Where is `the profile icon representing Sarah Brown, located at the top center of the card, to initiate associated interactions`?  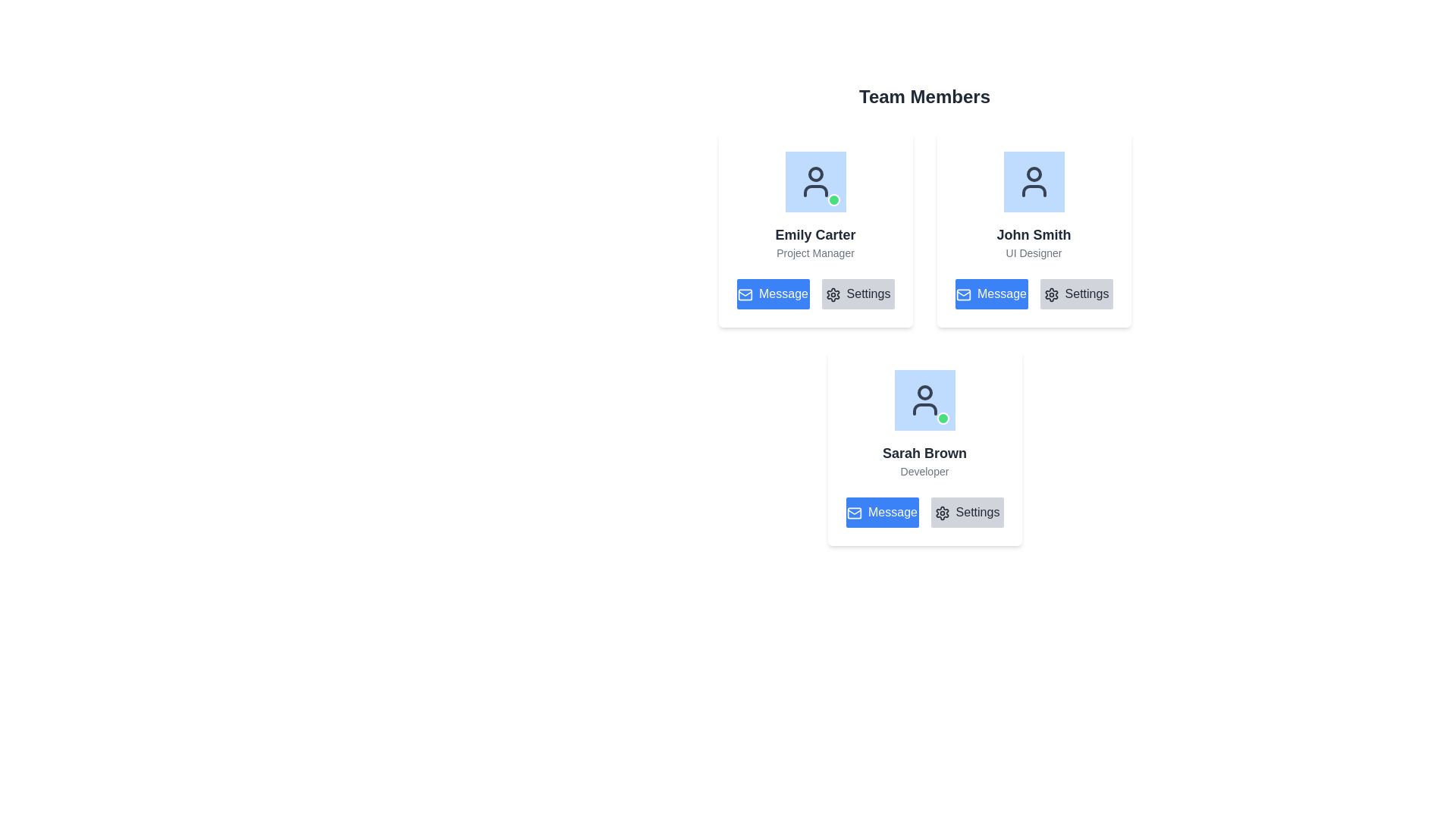 the profile icon representing Sarah Brown, located at the top center of the card, to initiate associated interactions is located at coordinates (924, 400).